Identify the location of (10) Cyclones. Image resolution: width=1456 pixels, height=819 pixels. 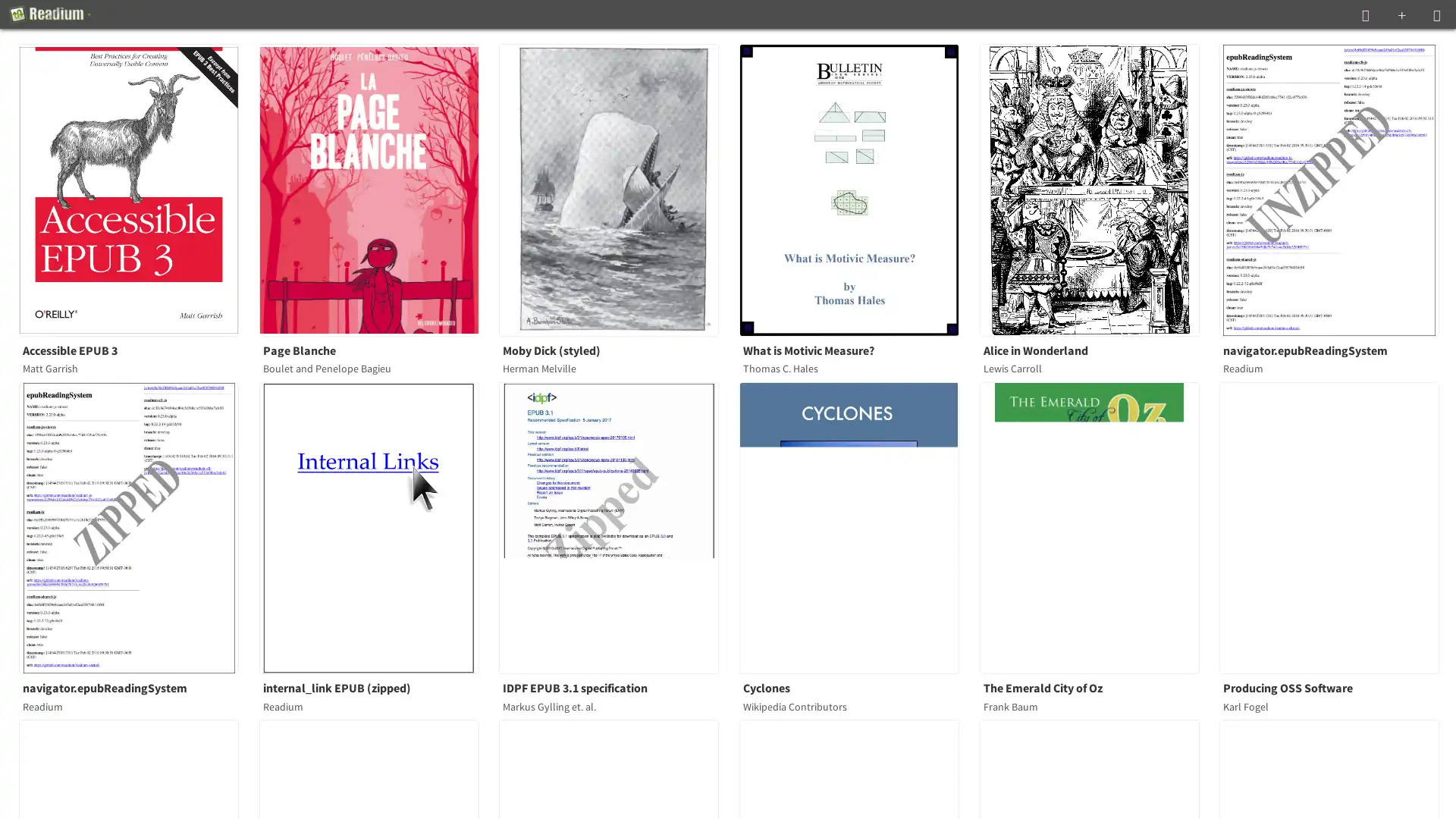
(858, 526).